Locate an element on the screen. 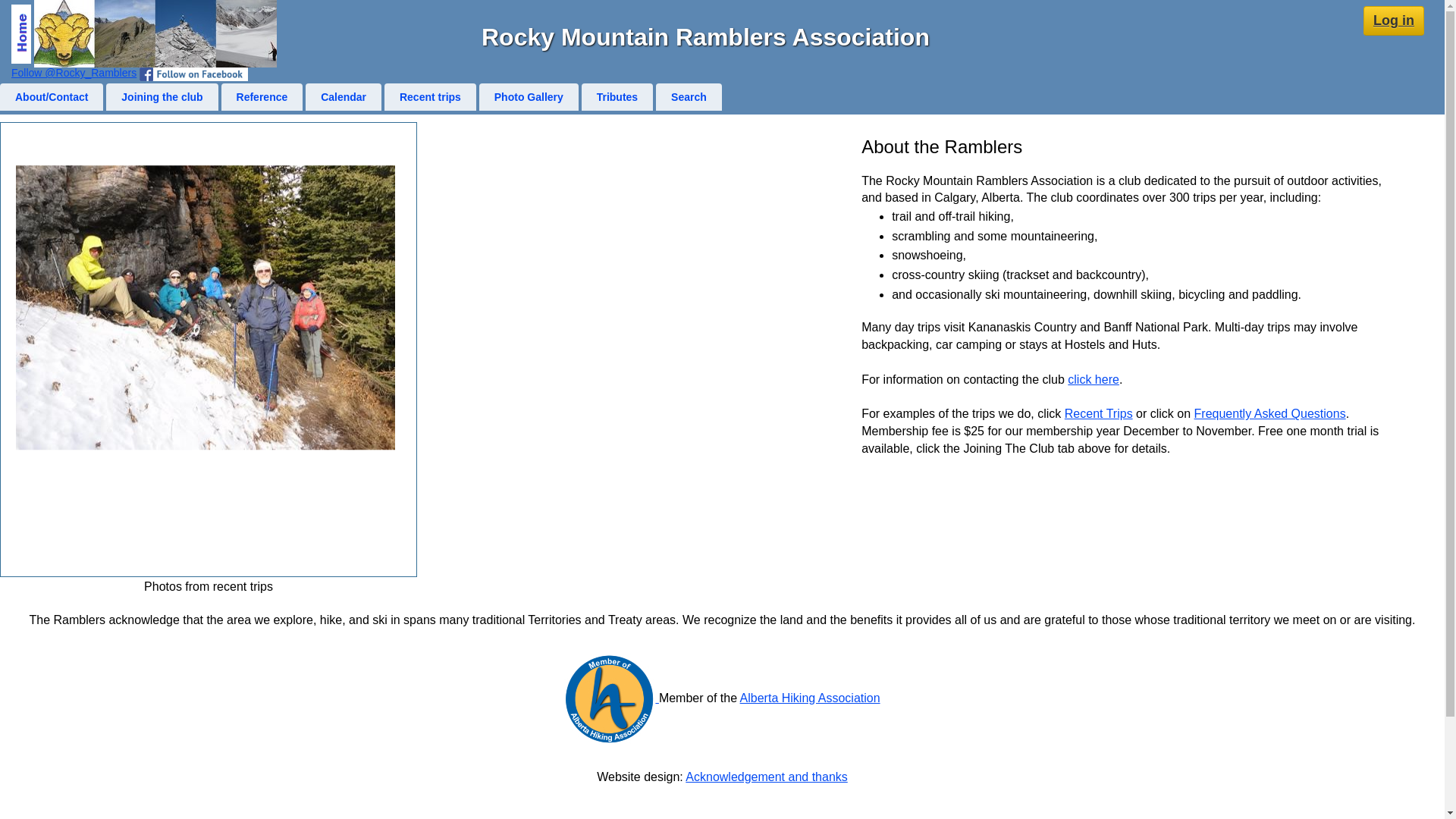 This screenshot has height=819, width=1456. 'Alberta Hiking Association' is located at coordinates (809, 698).